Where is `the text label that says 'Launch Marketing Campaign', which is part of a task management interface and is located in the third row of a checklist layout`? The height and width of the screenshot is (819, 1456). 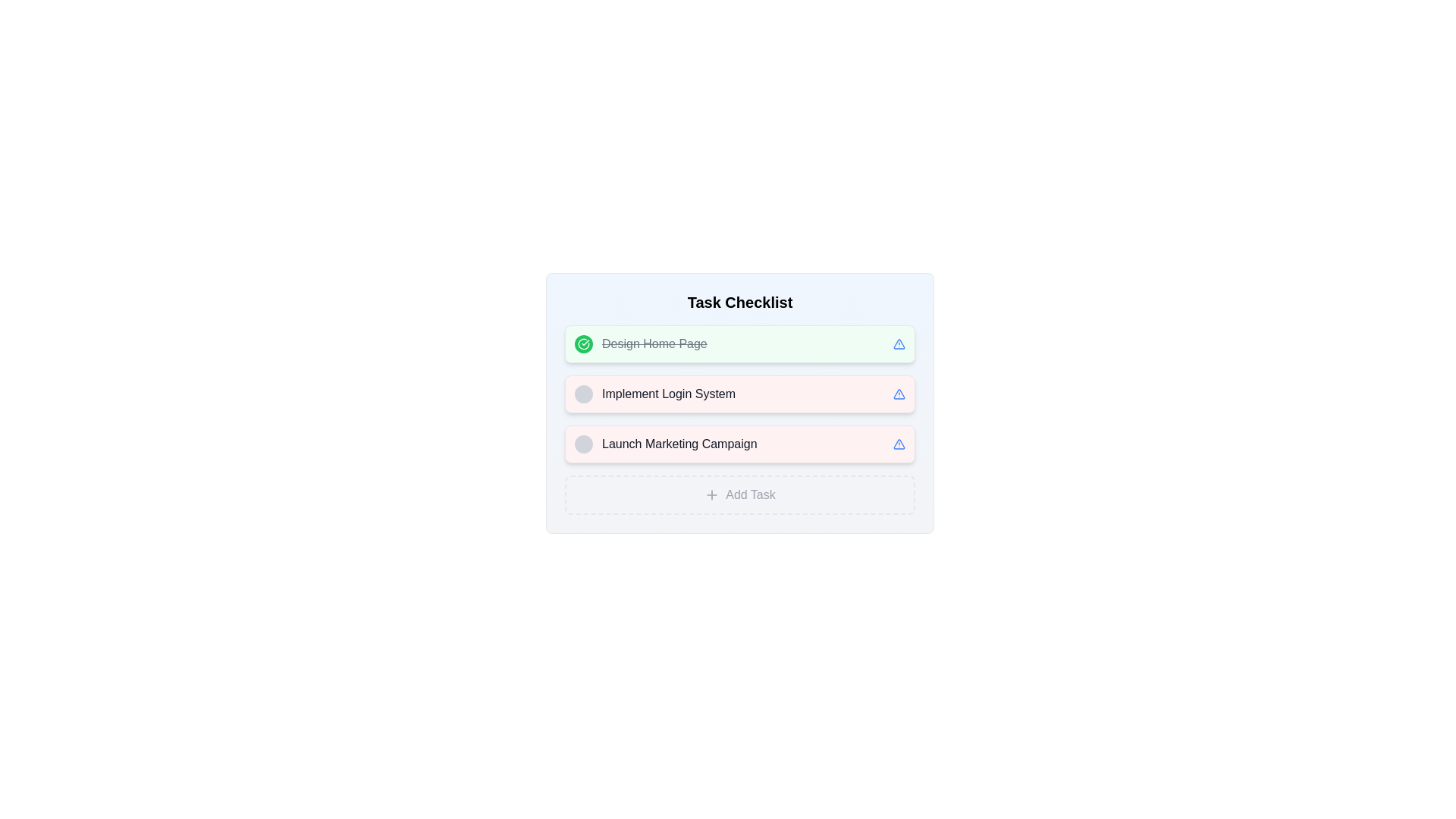
the text label that says 'Launch Marketing Campaign', which is part of a task management interface and is located in the third row of a checklist layout is located at coordinates (679, 444).